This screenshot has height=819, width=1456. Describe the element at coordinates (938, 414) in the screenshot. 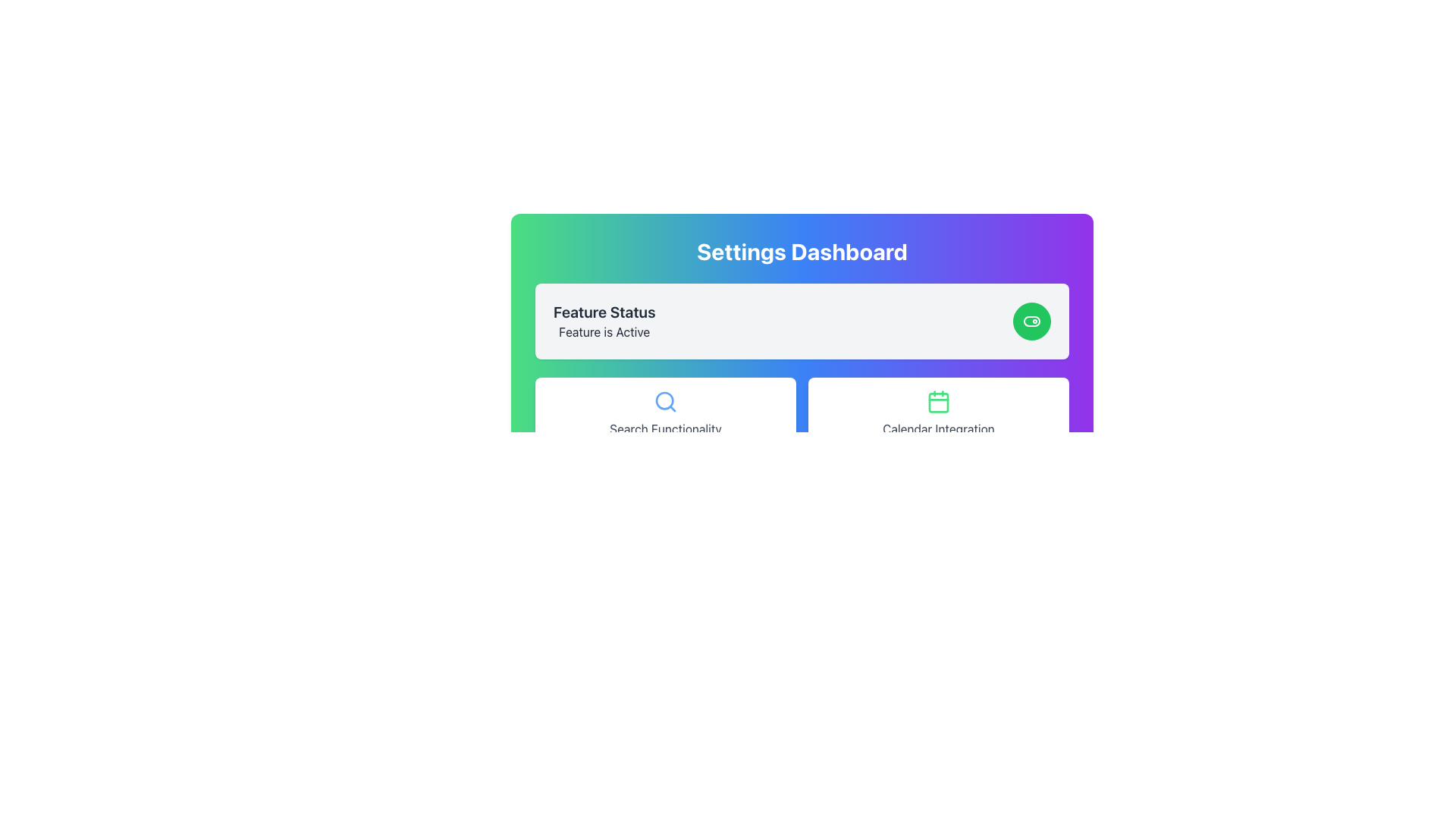

I see `the 'Calendar Integration' feature card located in the bottom right quadrant of the 'Settings Dashboard'` at that location.